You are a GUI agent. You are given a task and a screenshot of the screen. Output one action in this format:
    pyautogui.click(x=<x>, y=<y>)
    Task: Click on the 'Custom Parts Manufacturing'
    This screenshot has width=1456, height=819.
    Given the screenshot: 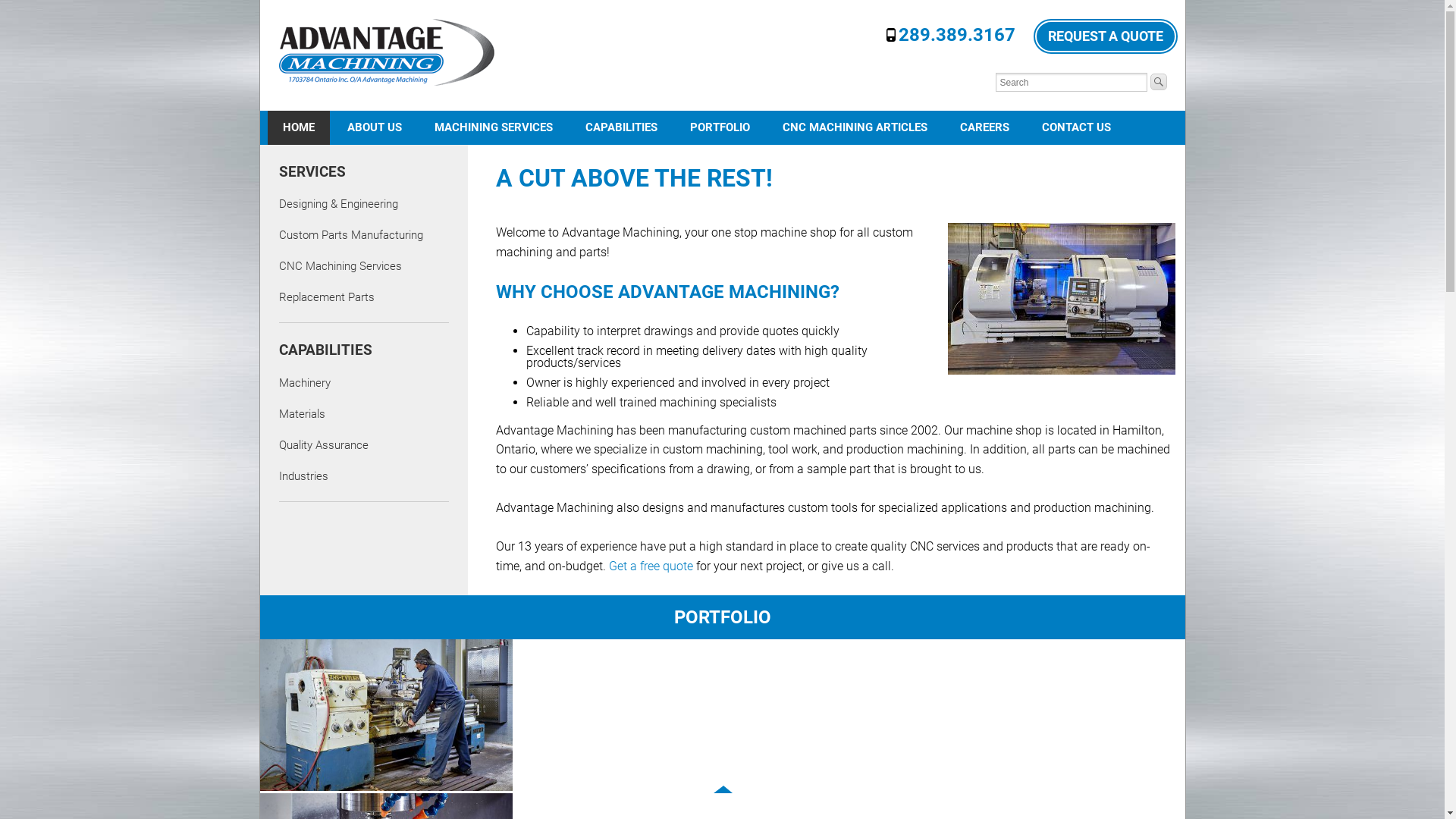 What is the action you would take?
    pyautogui.click(x=350, y=234)
    